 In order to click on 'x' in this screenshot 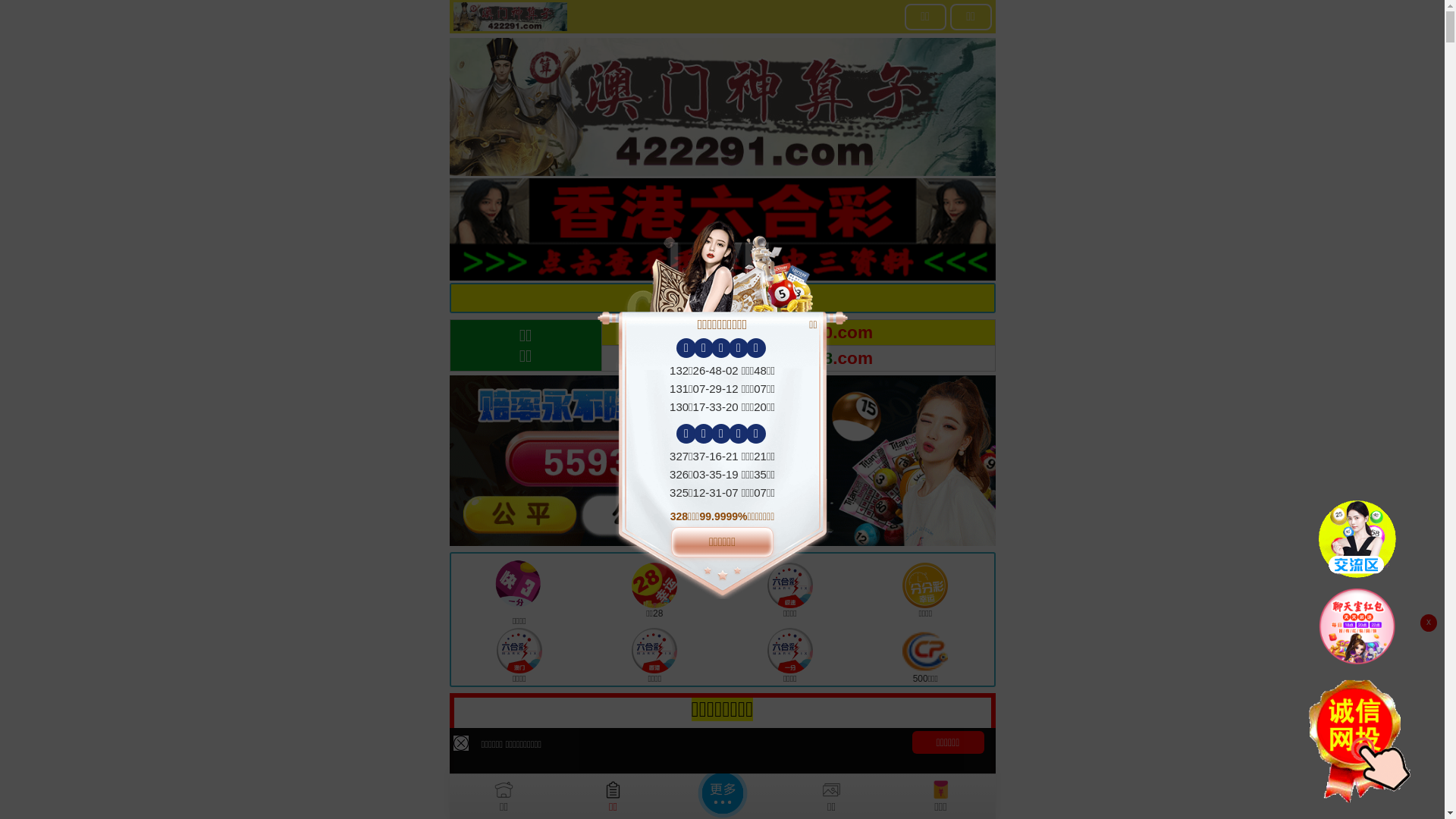, I will do `click(1427, 623)`.